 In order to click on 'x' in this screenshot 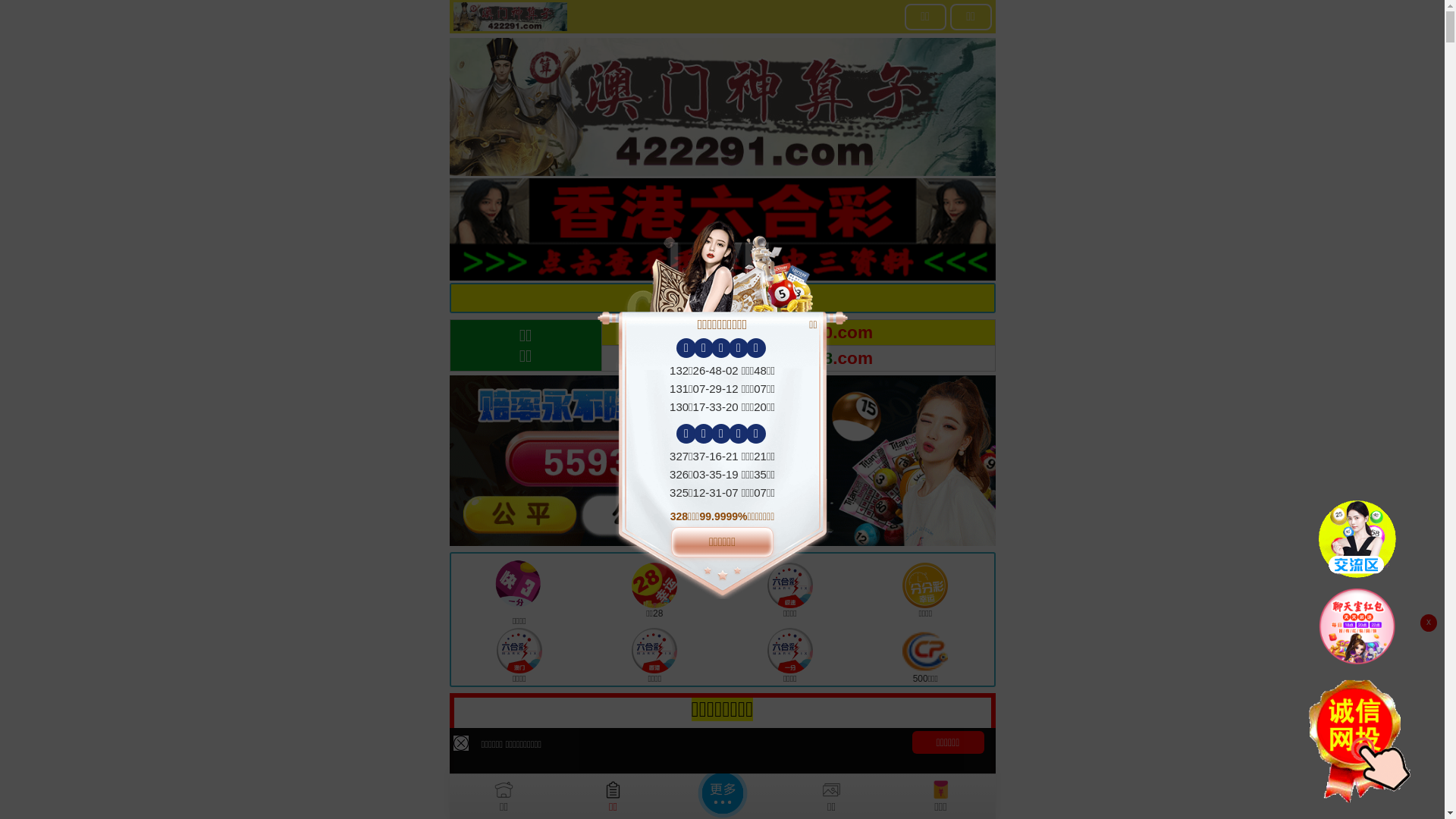, I will do `click(1427, 623)`.